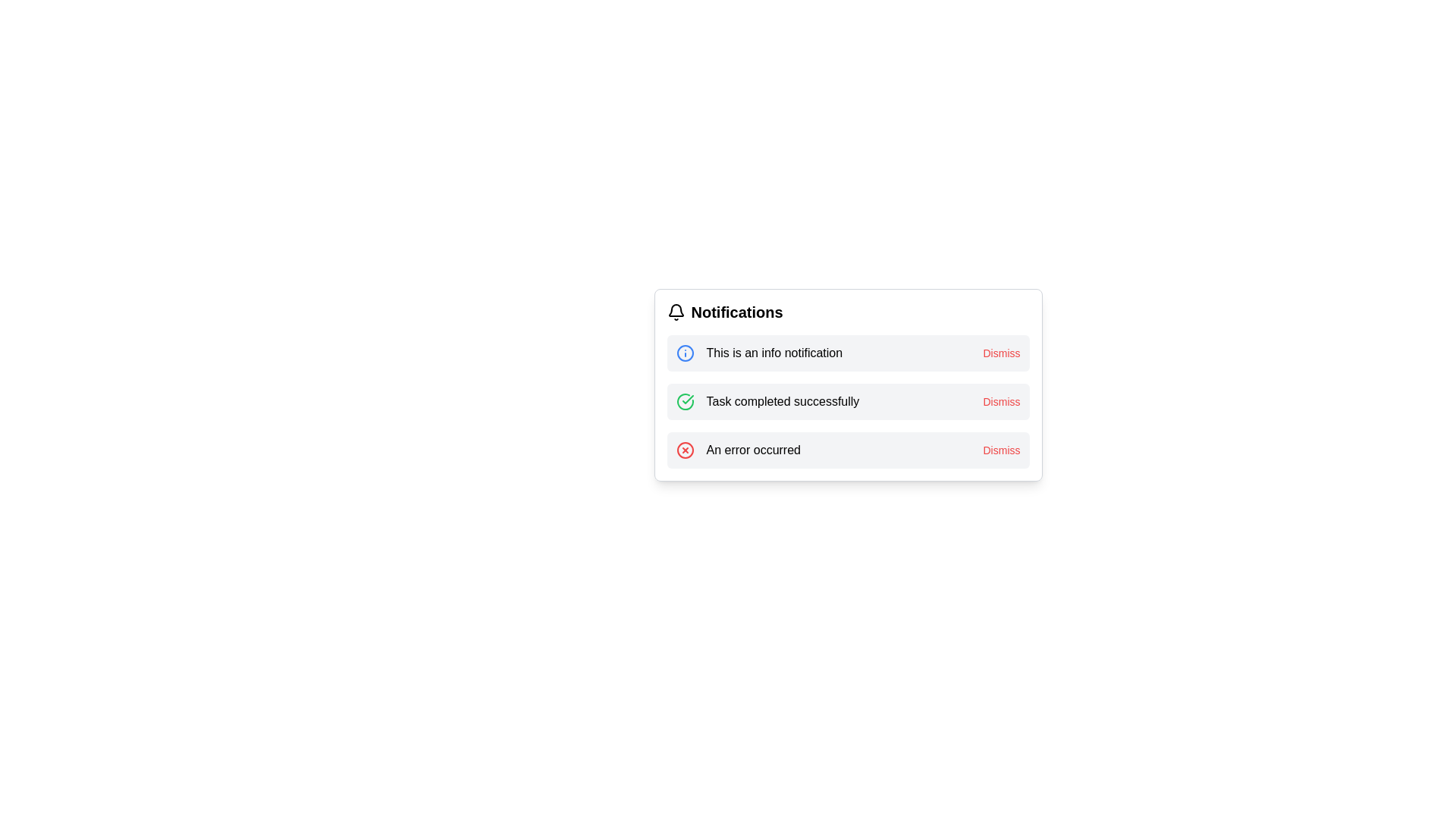 This screenshot has height=819, width=1456. What do you see at coordinates (783, 400) in the screenshot?
I see `the informational text indicating successful task completion, located in the notification row between a green checkmark icon and a red 'Dismiss' button` at bounding box center [783, 400].